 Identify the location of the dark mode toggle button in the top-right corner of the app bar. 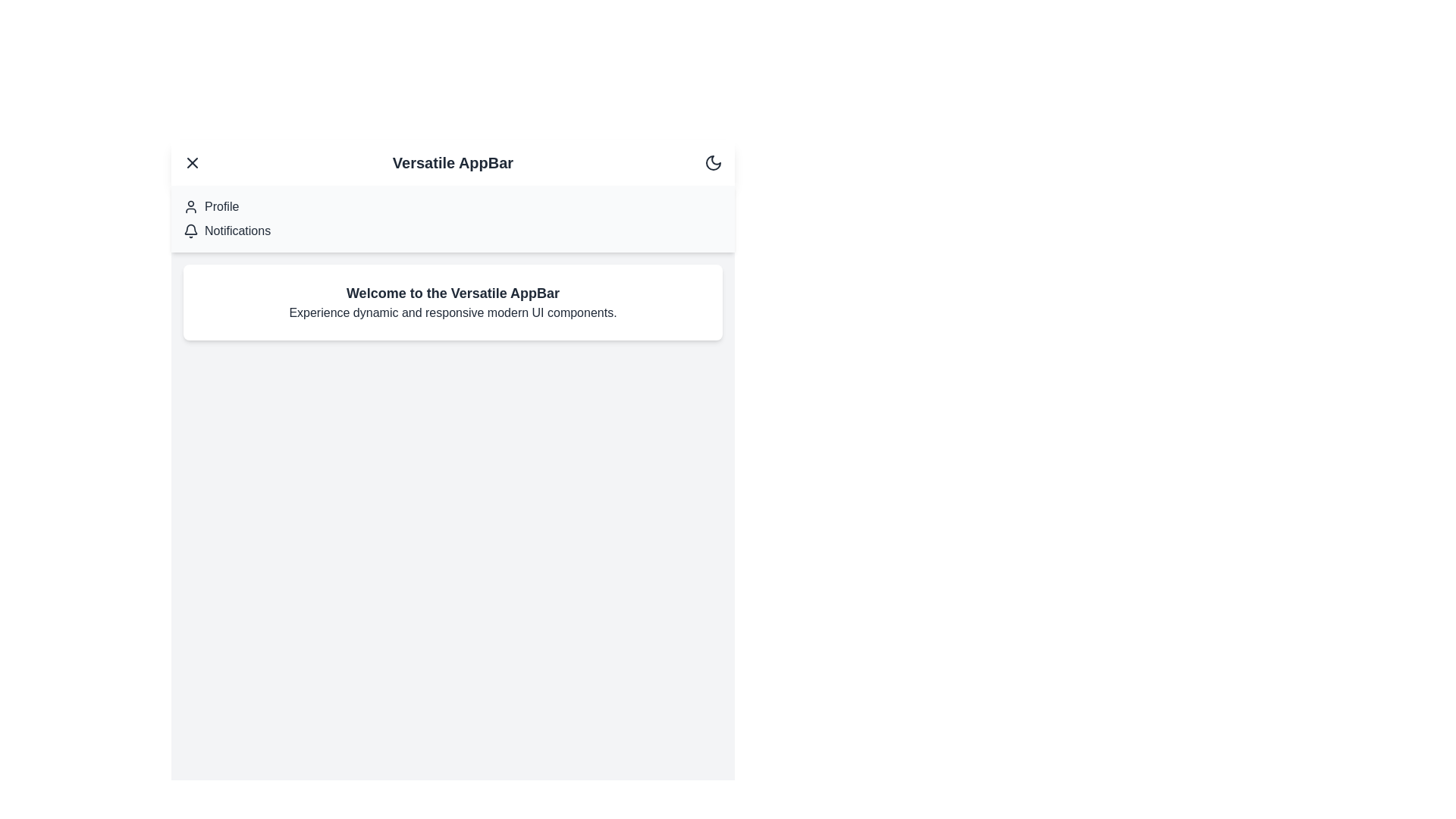
(712, 163).